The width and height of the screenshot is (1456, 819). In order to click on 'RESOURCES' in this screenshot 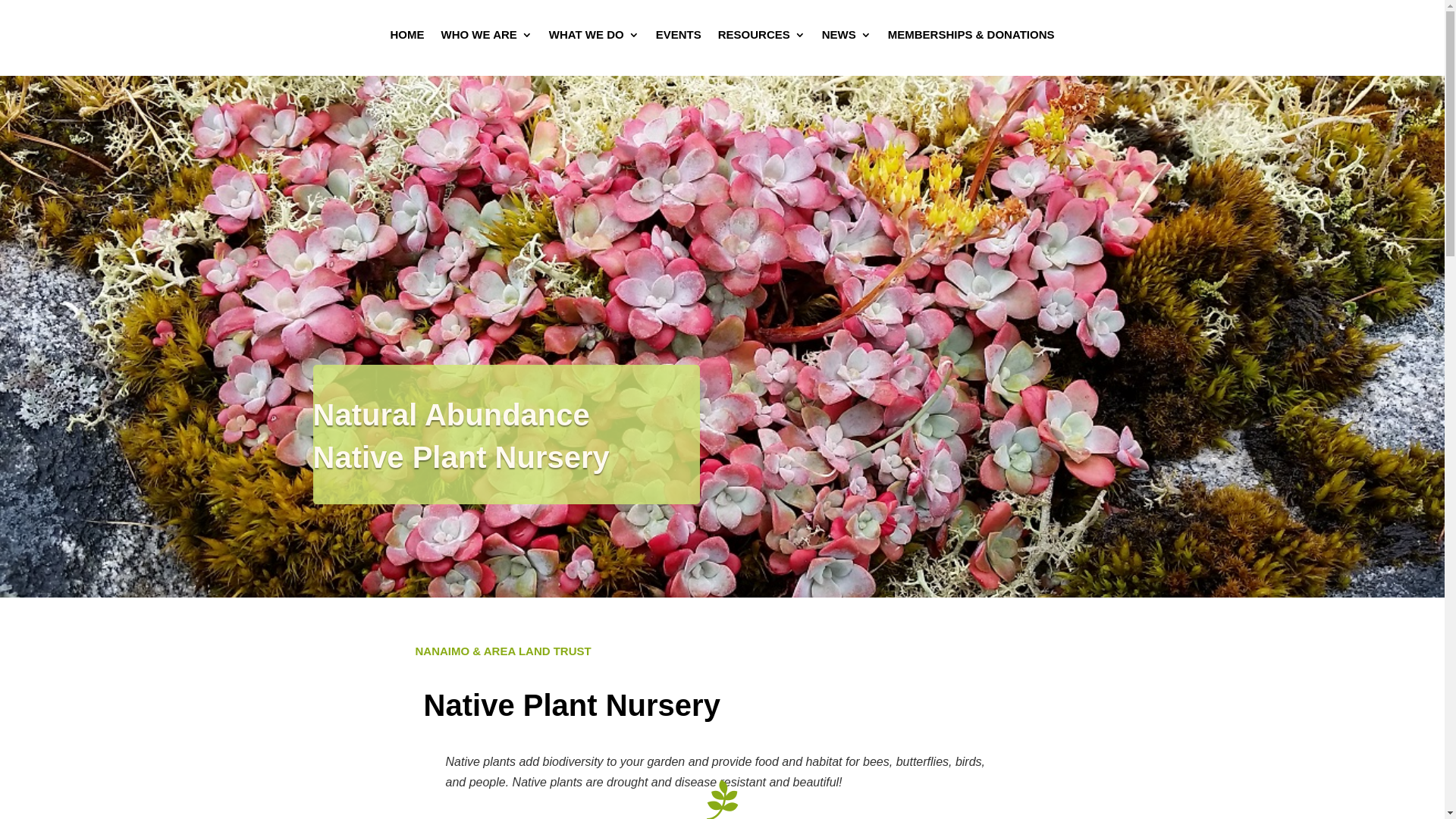, I will do `click(761, 37)`.